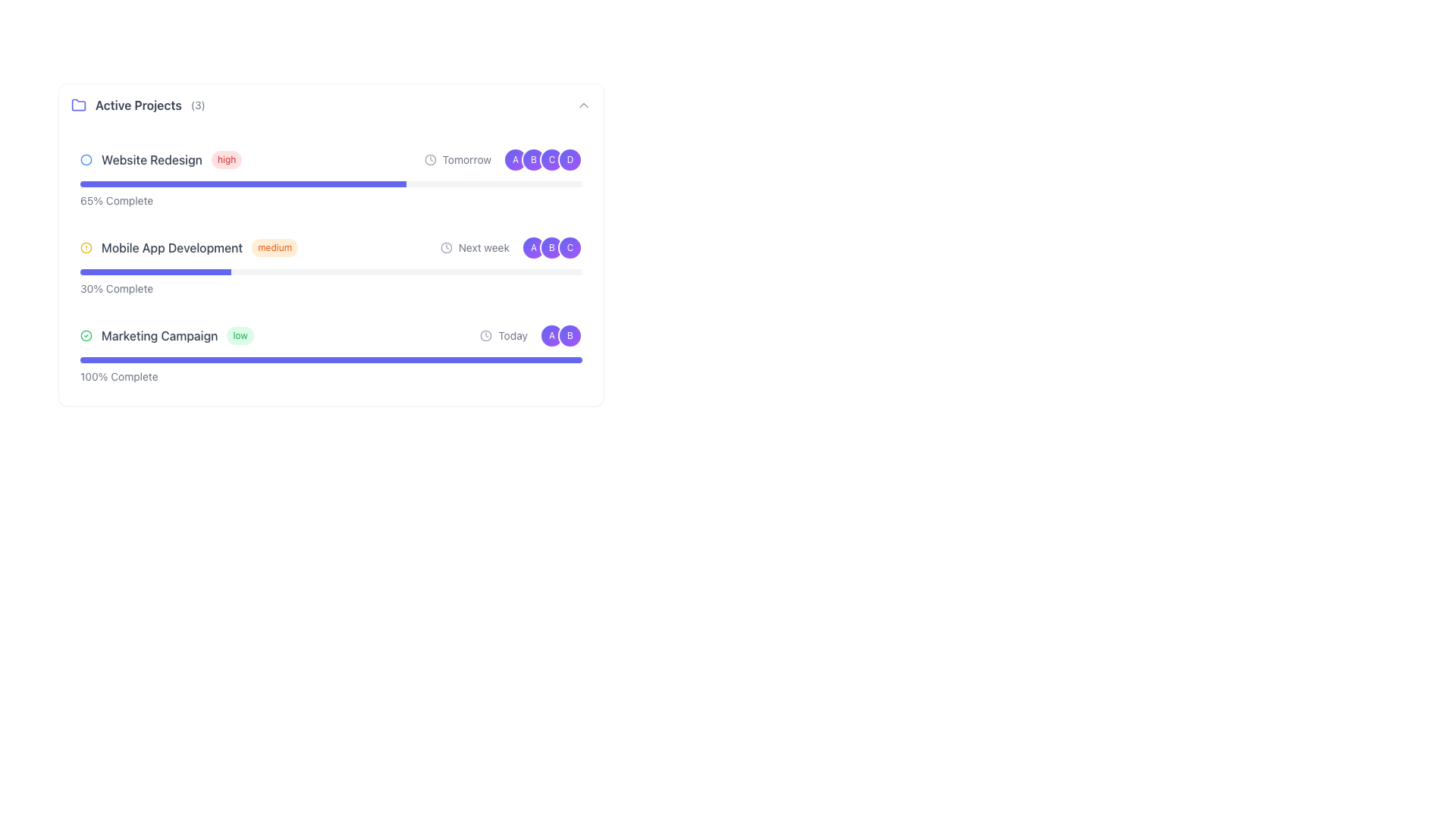  What do you see at coordinates (78, 104) in the screenshot?
I see `the folder icon with a purple outline located near the top-left corner of the application interface, next to the 'Active Projects' title` at bounding box center [78, 104].